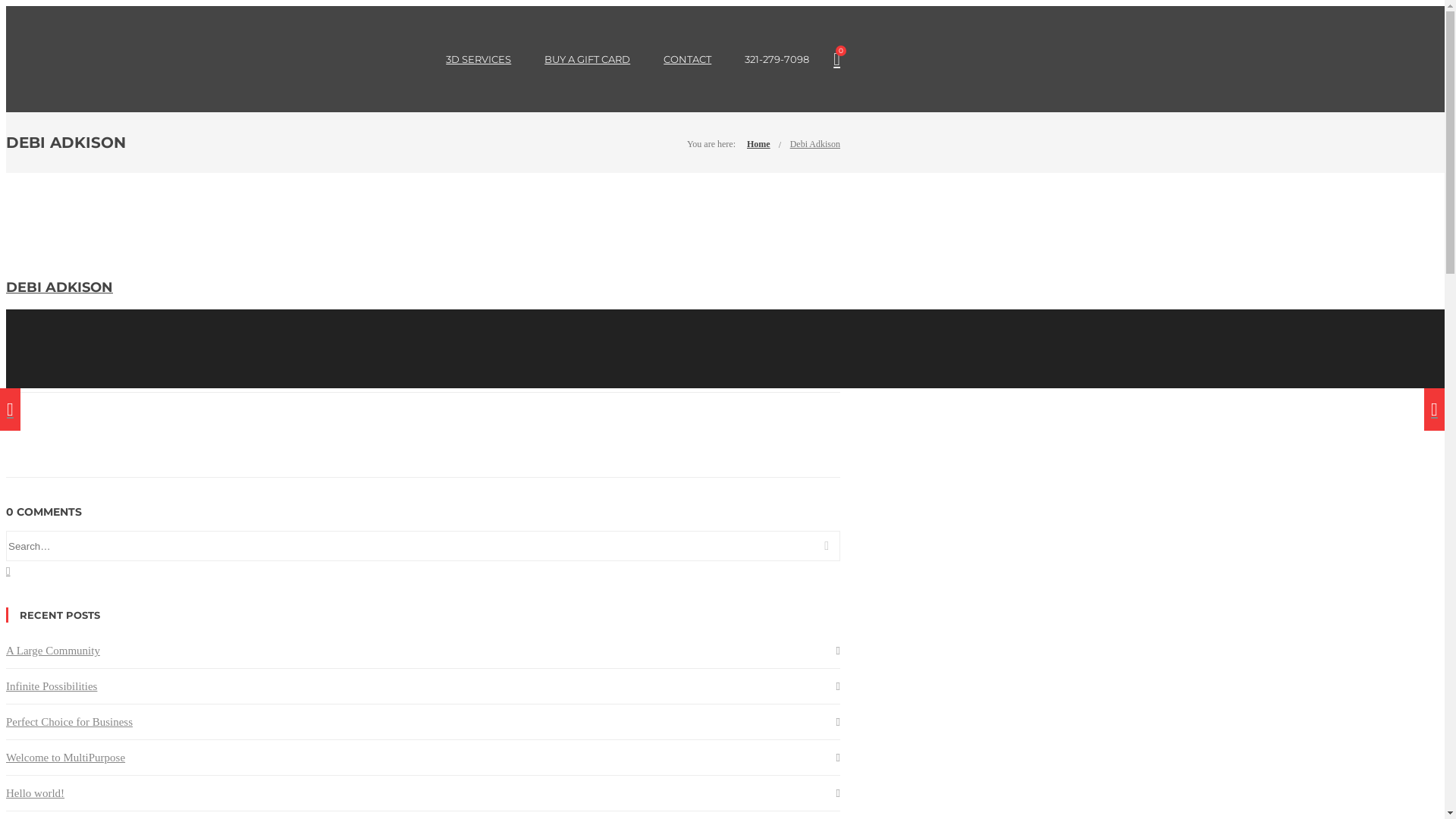  Describe the element at coordinates (586, 58) in the screenshot. I see `'BUY A GIFT CARD'` at that location.